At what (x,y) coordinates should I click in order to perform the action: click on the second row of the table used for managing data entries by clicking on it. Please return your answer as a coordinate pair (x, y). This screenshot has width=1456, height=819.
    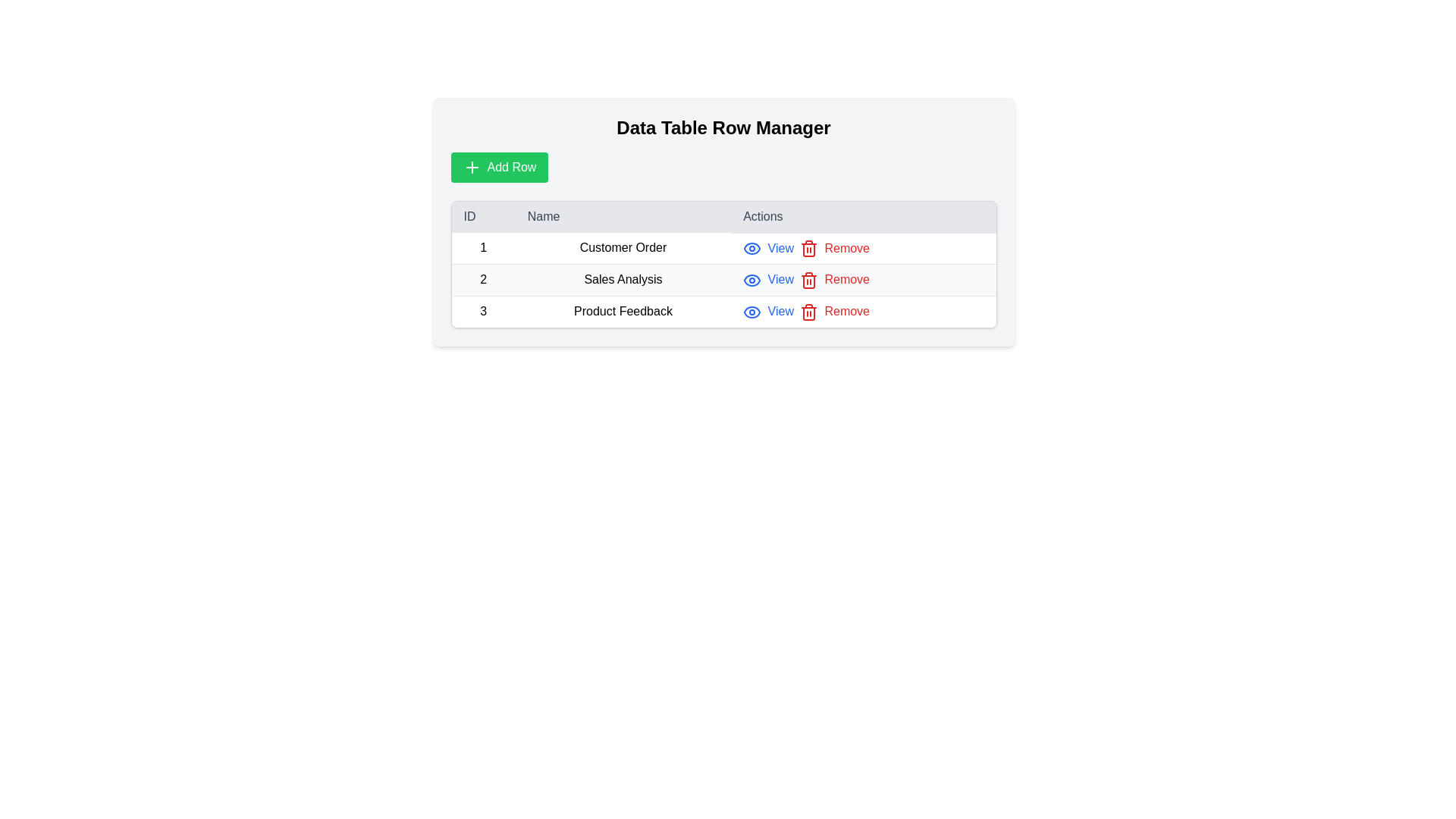
    Looking at the image, I should click on (723, 280).